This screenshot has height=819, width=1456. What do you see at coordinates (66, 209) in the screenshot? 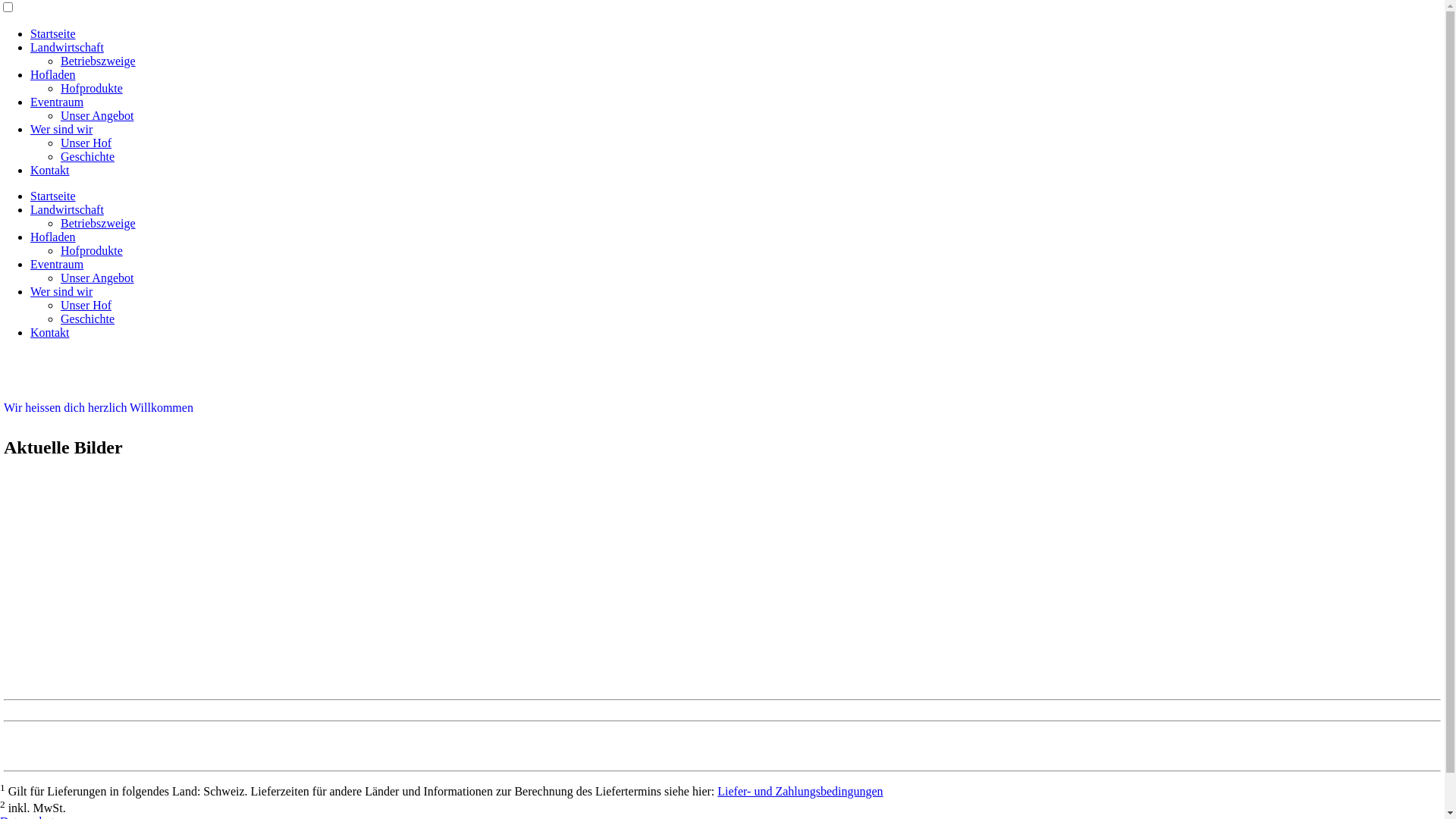
I see `'Landwirtschaft'` at bounding box center [66, 209].